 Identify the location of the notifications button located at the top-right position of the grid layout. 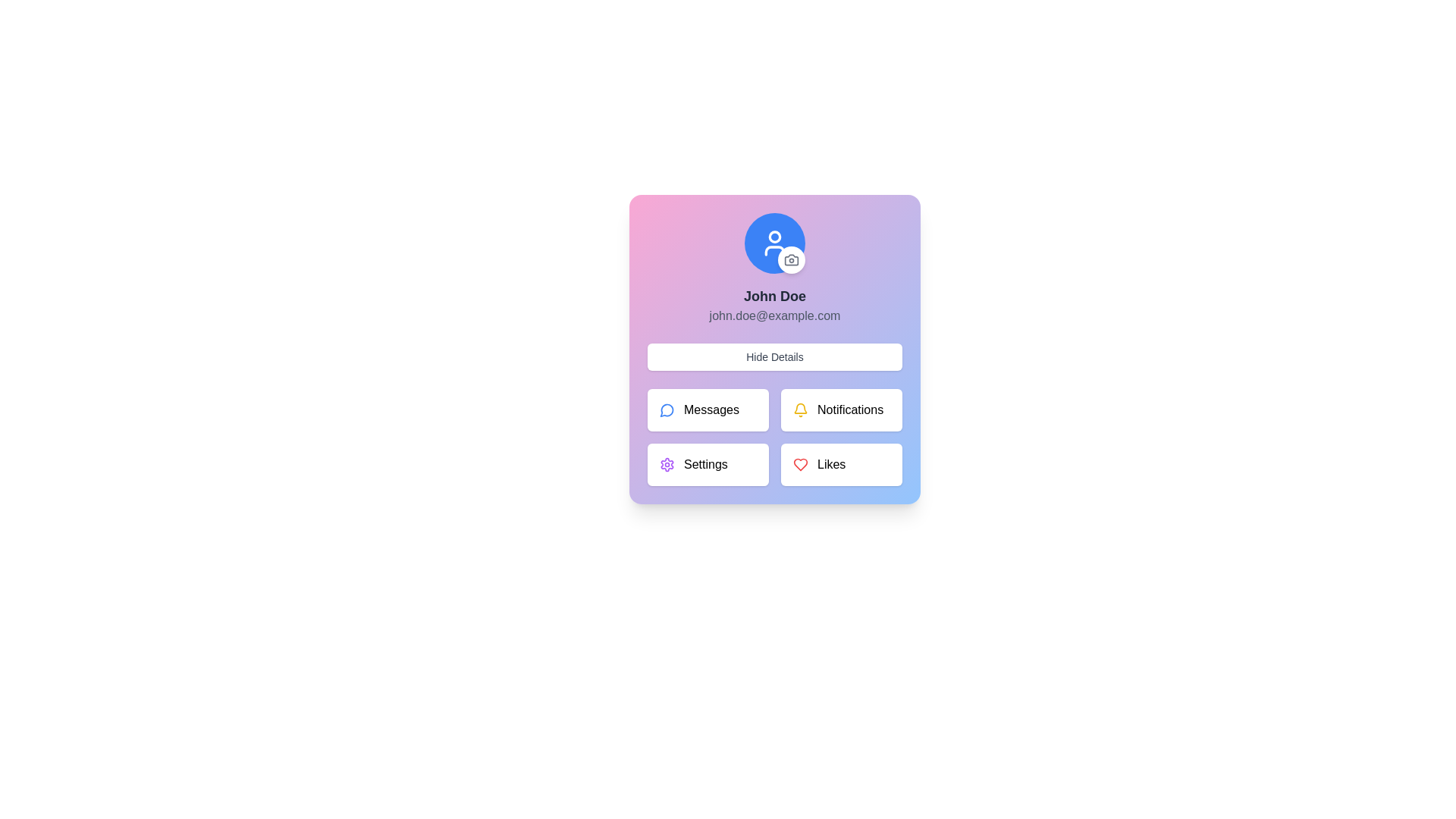
(840, 409).